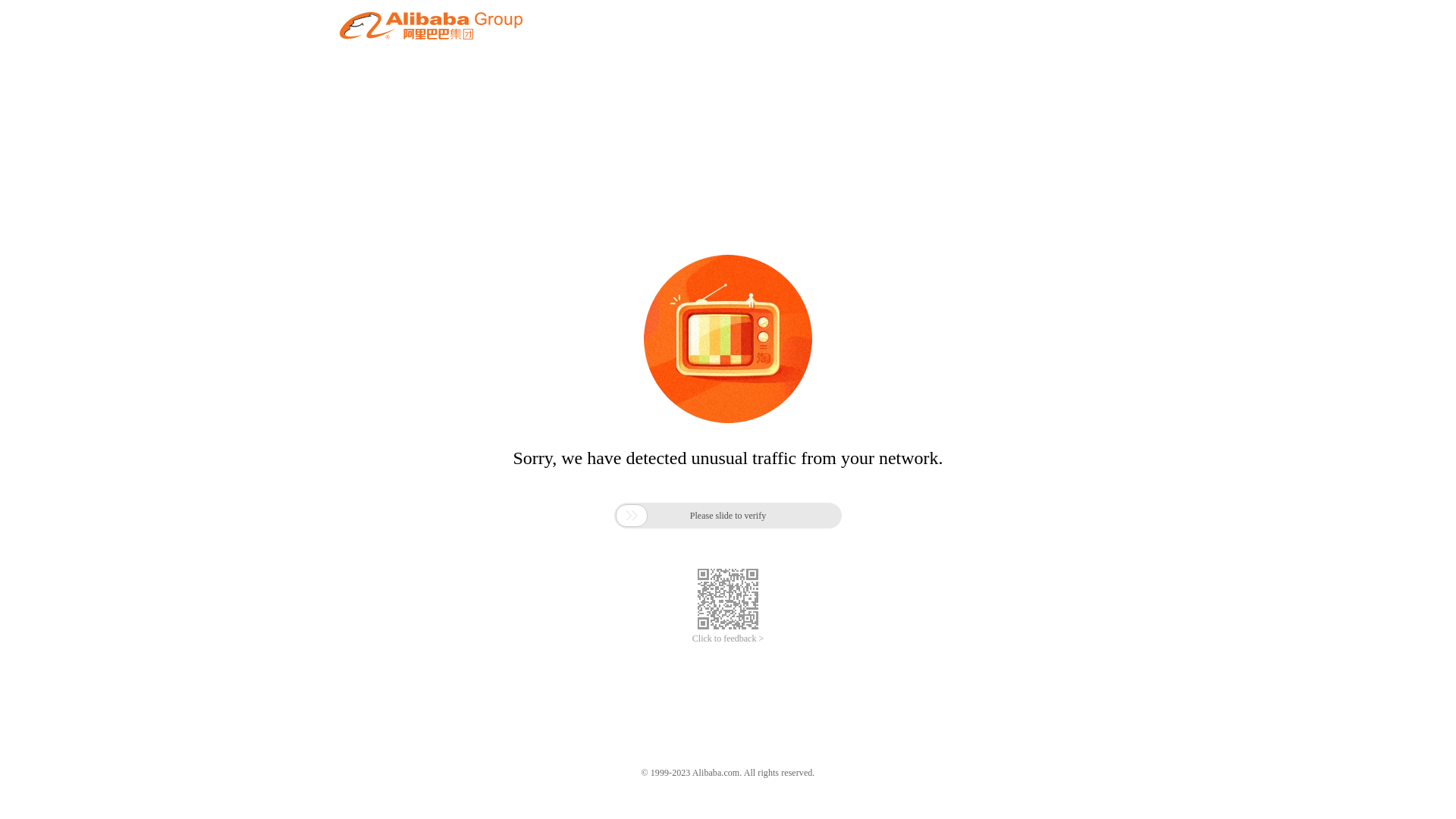 The width and height of the screenshot is (1456, 819). I want to click on 'Click to feedback >', so click(691, 639).